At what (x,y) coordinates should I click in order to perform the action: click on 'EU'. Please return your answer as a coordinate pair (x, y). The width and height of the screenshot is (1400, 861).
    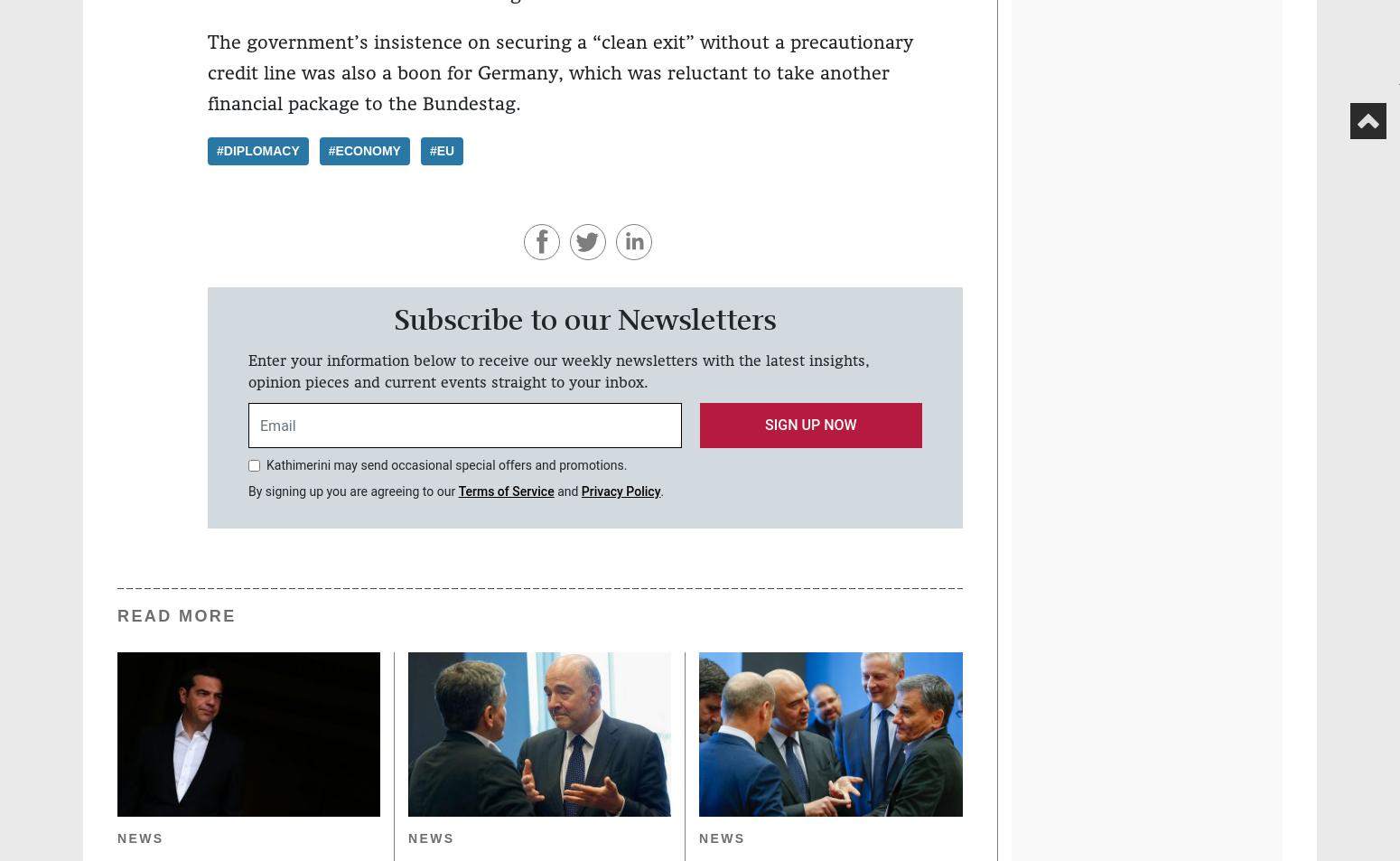
    Looking at the image, I should click on (444, 149).